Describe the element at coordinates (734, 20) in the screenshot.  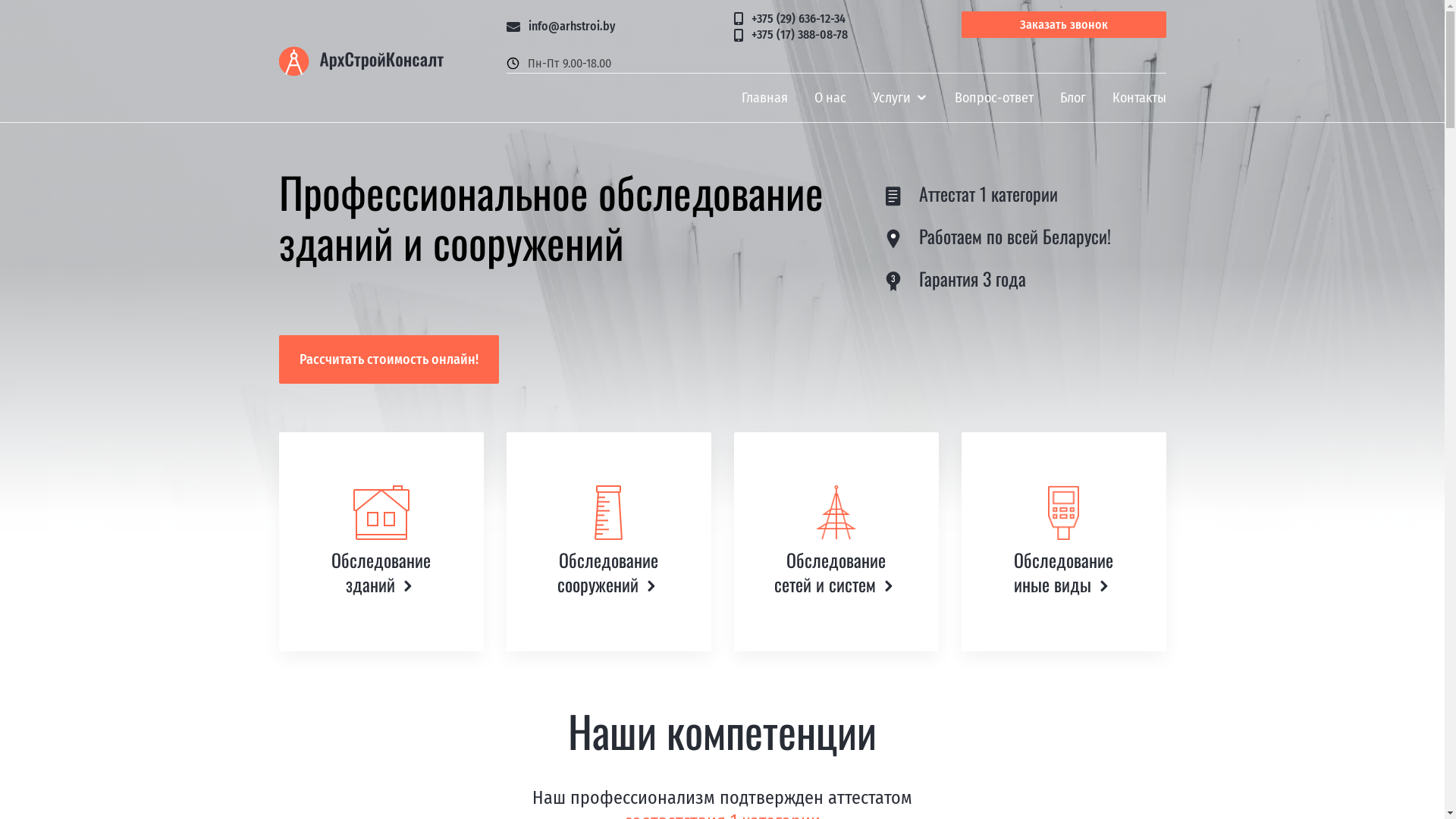
I see `'+375 (29) 636-12-34'` at that location.